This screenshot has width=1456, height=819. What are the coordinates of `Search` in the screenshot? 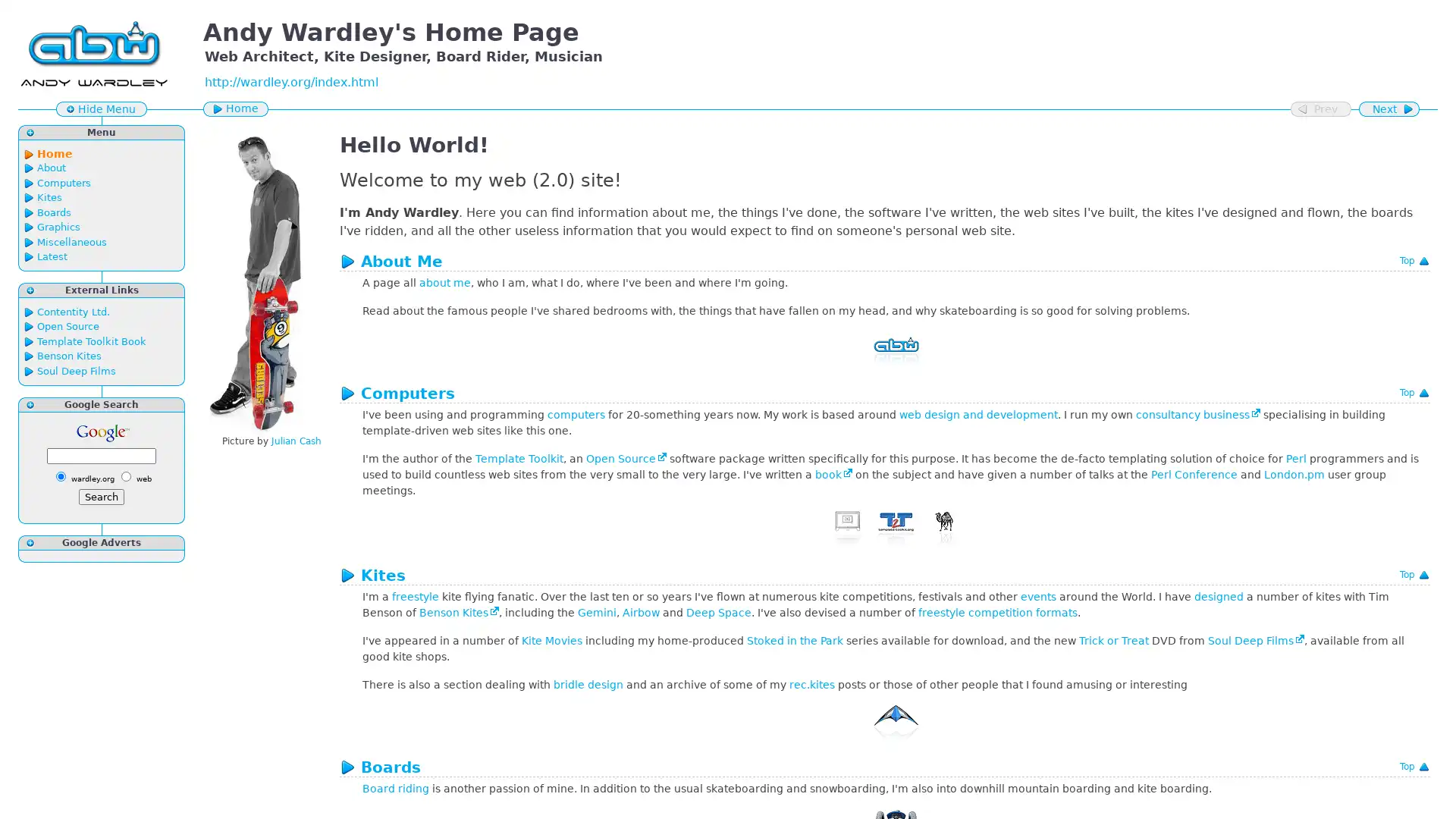 It's located at (101, 496).